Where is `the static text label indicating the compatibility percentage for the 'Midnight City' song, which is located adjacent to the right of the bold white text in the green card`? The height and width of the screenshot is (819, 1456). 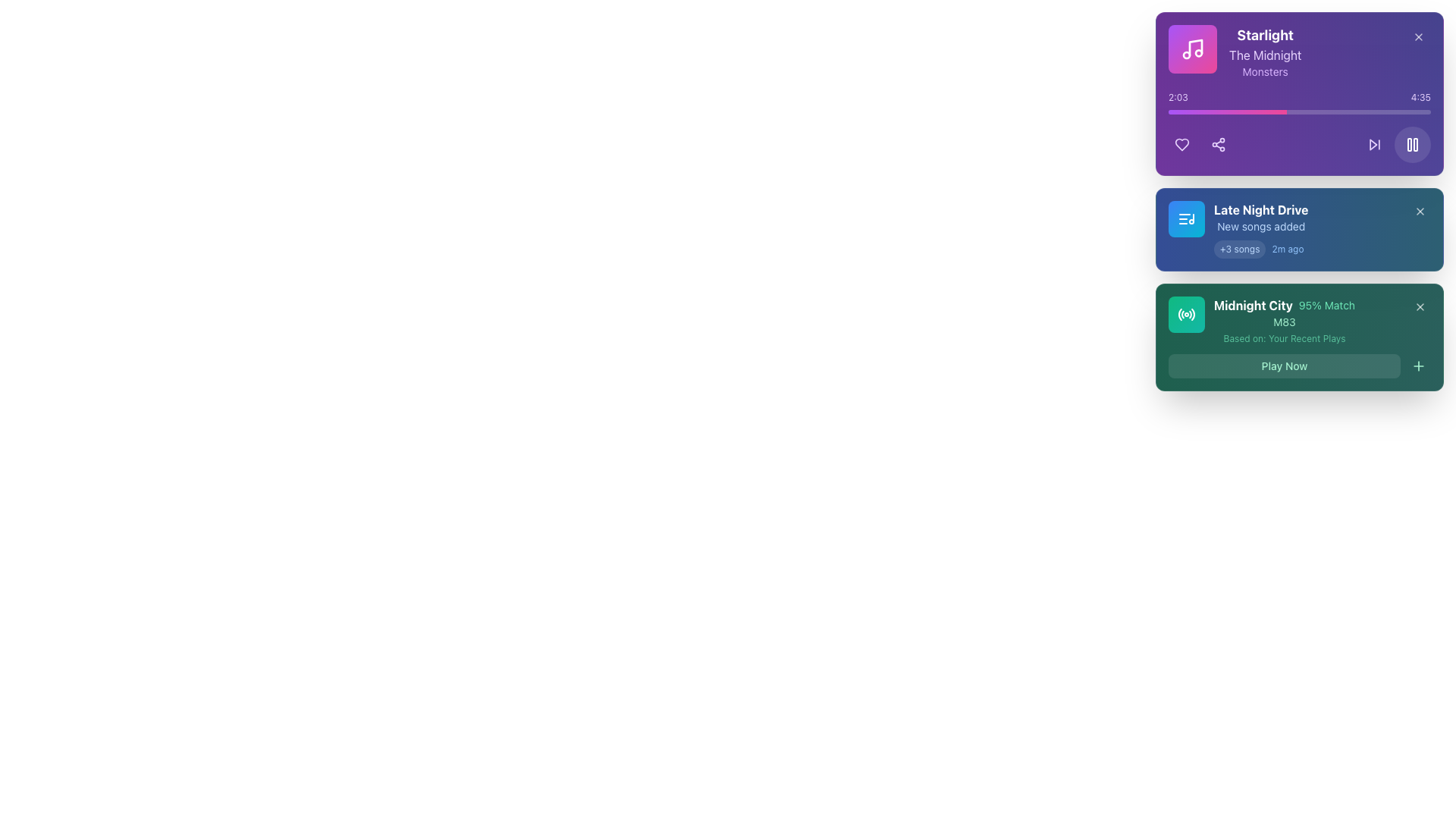 the static text label indicating the compatibility percentage for the 'Midnight City' song, which is located adjacent to the right of the bold white text in the green card is located at coordinates (1326, 305).